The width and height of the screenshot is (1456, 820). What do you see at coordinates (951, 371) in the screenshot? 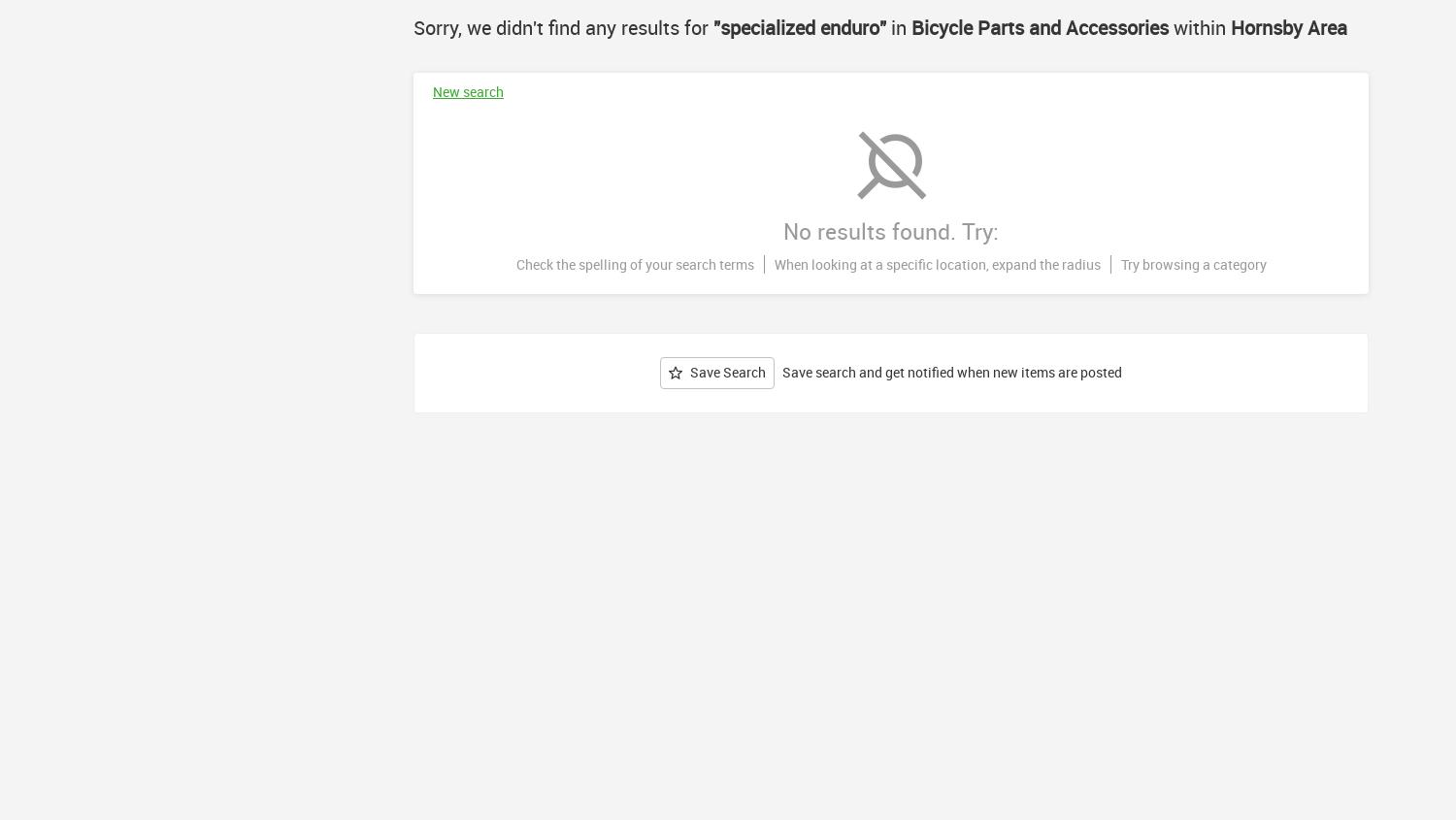
I see `'Save search and get notified when new items are posted'` at bounding box center [951, 371].